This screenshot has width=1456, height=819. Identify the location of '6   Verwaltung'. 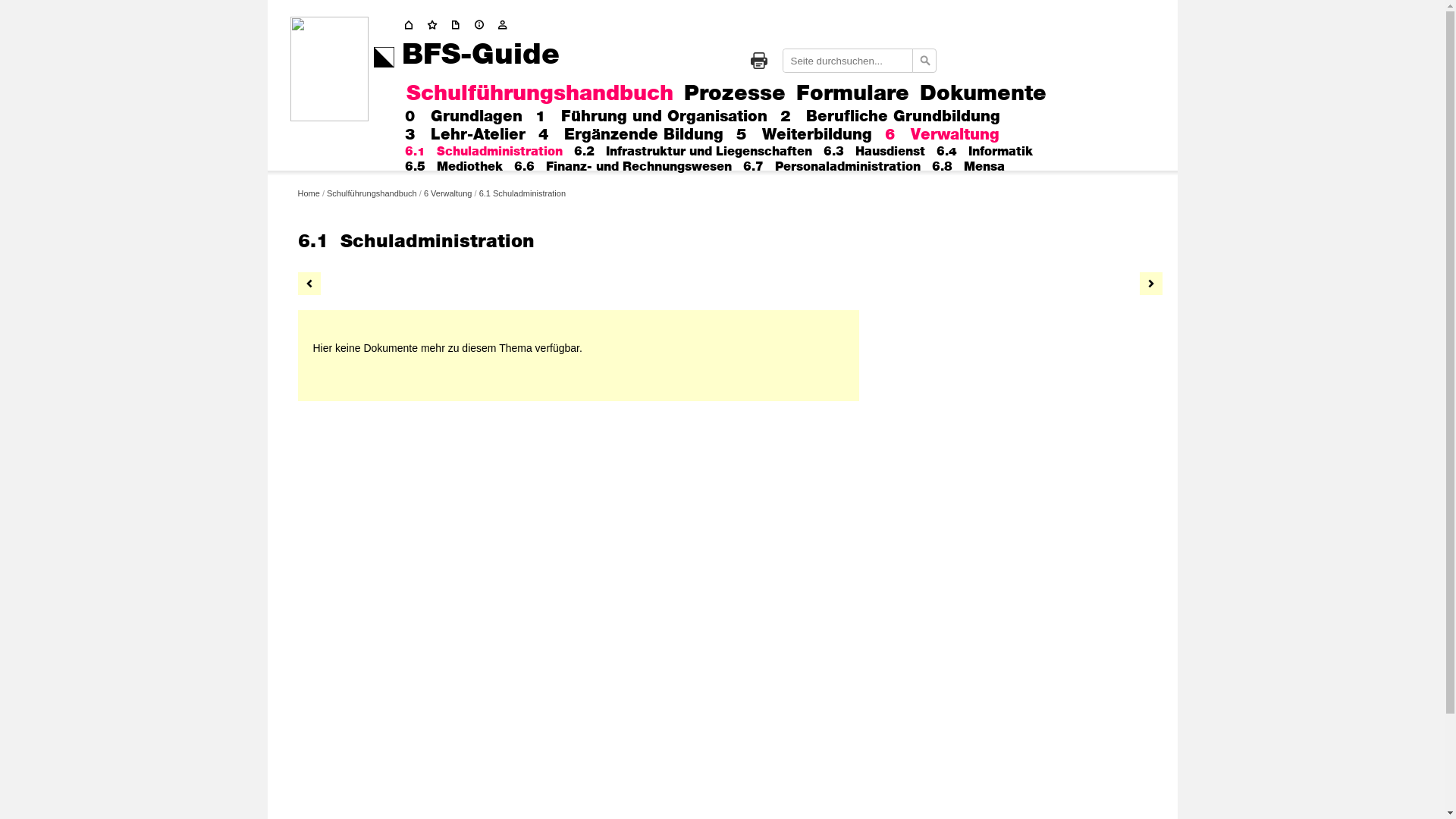
(940, 133).